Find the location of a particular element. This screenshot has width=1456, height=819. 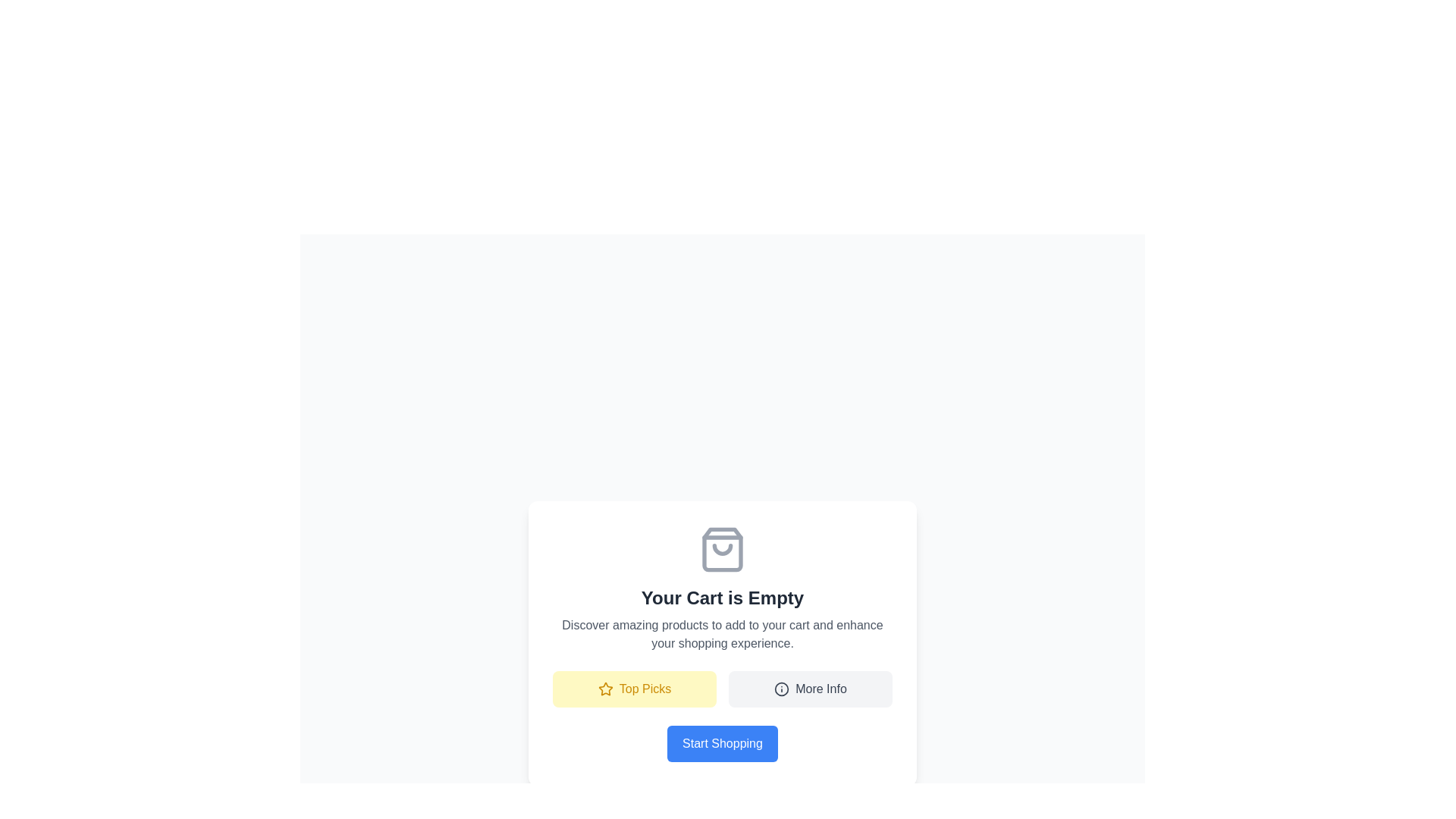

text block that explains 'Discover amazing products to add to your cart and enhance your shopping experience.' This text block is centered below the title 'Your Cart is Empty' and above the buttons 'Top Picks' and 'More Info' is located at coordinates (722, 635).